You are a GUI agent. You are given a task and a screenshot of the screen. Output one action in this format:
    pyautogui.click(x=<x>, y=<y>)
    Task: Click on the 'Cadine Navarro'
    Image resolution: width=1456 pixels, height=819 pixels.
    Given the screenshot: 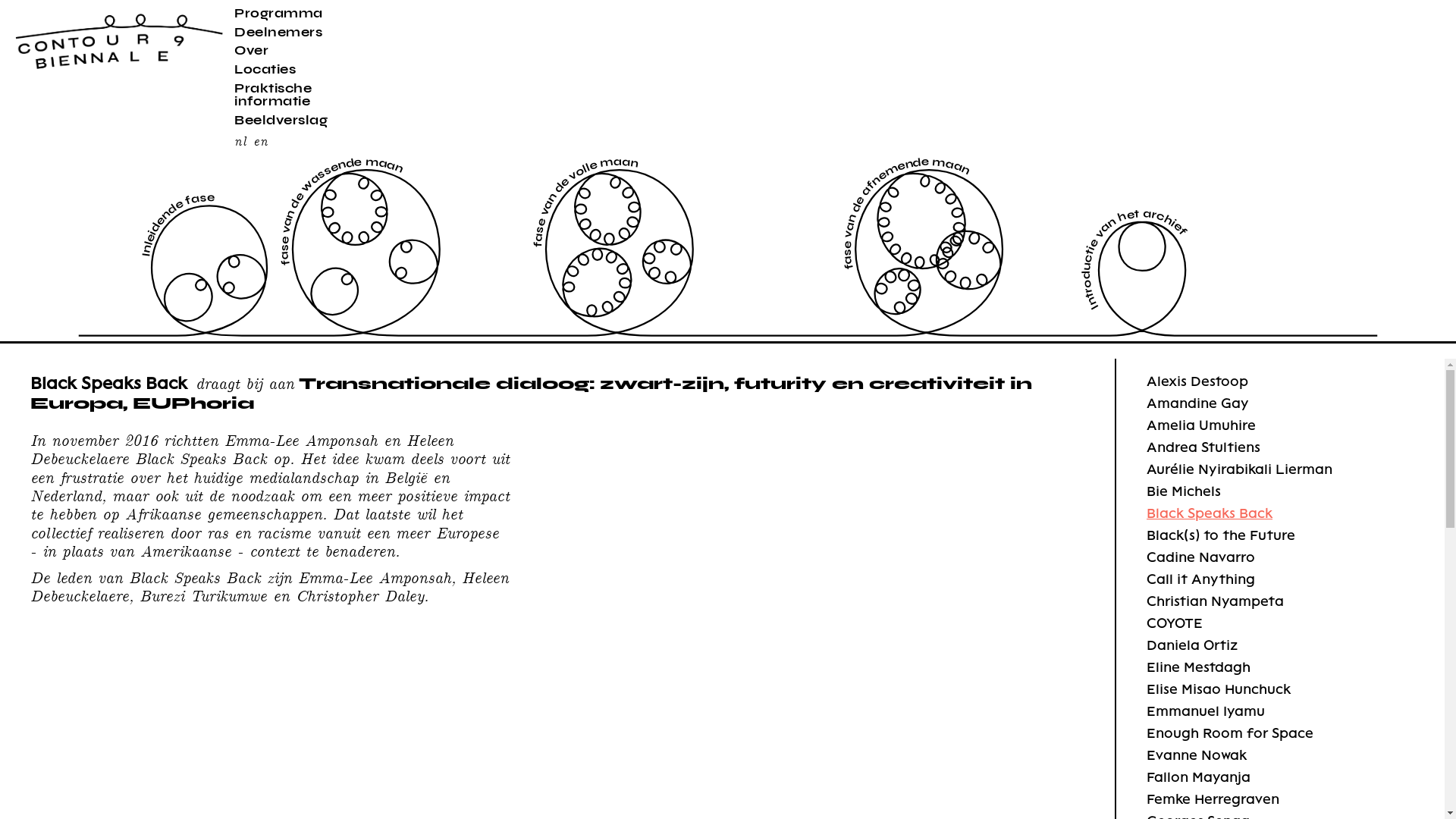 What is the action you would take?
    pyautogui.click(x=1200, y=557)
    